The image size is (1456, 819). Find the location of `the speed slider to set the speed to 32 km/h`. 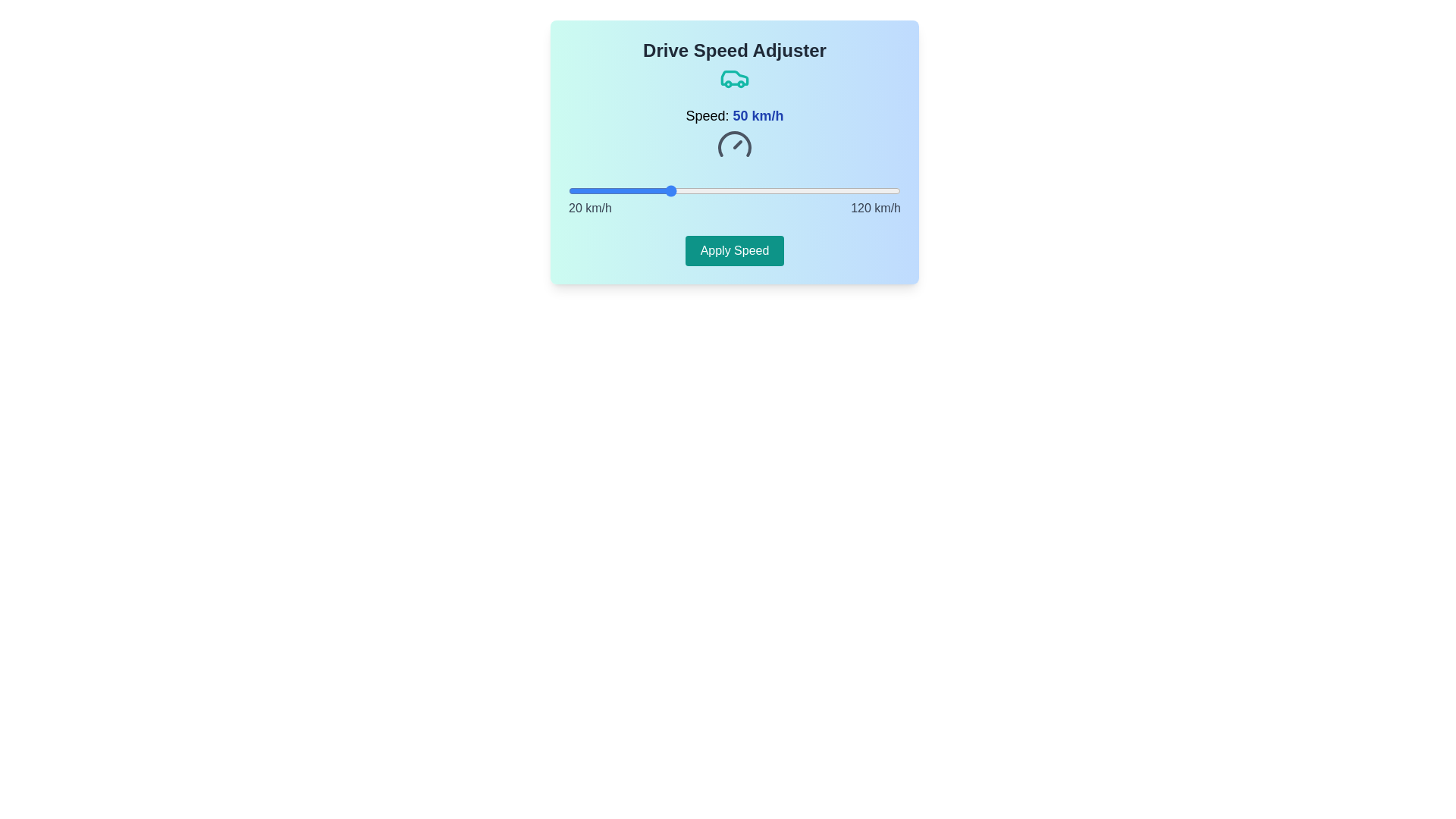

the speed slider to set the speed to 32 km/h is located at coordinates (608, 190).